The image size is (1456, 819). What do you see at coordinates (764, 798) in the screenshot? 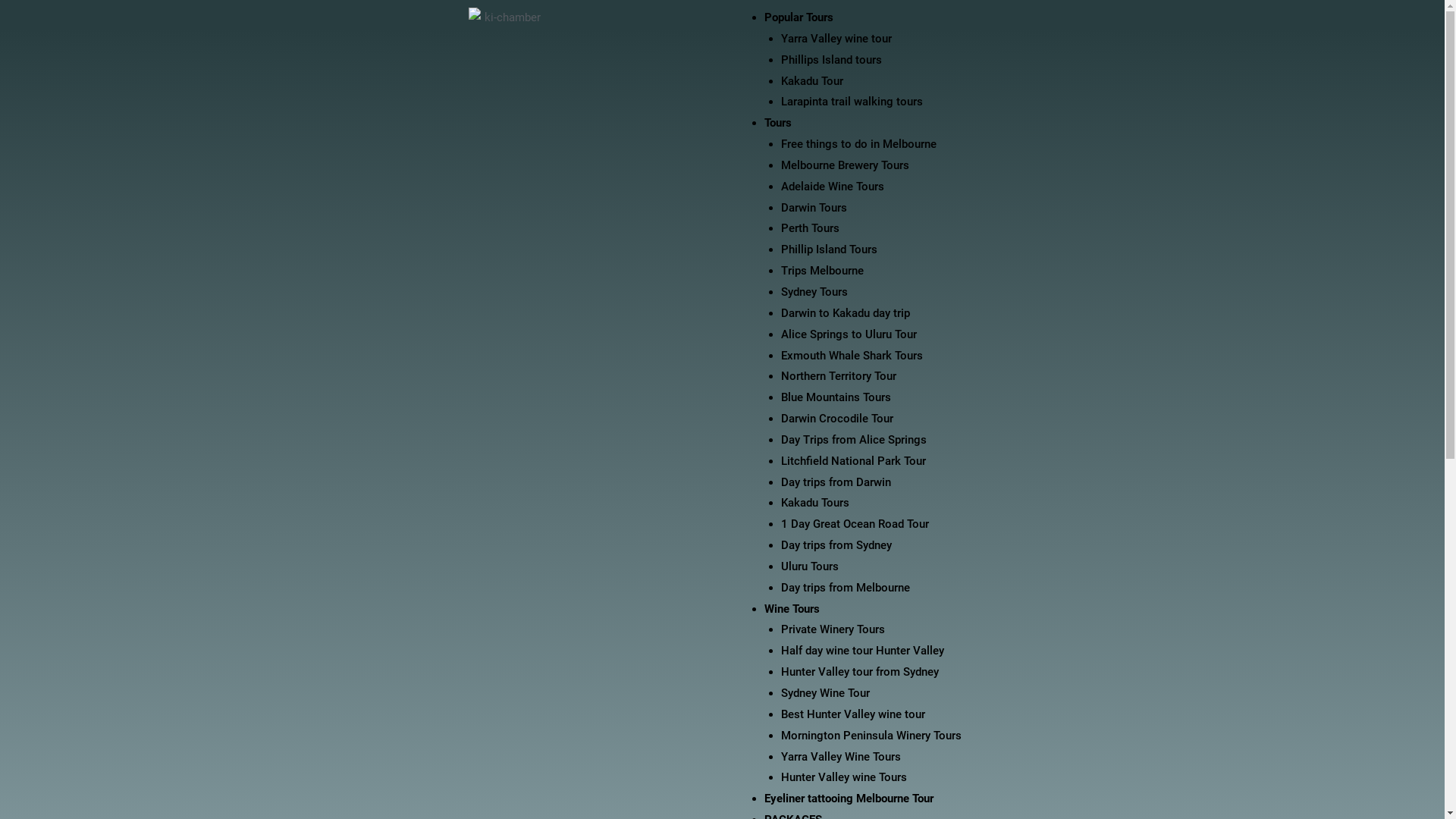
I see `'Eyeliner tattooing Melbourne Tour'` at bounding box center [764, 798].